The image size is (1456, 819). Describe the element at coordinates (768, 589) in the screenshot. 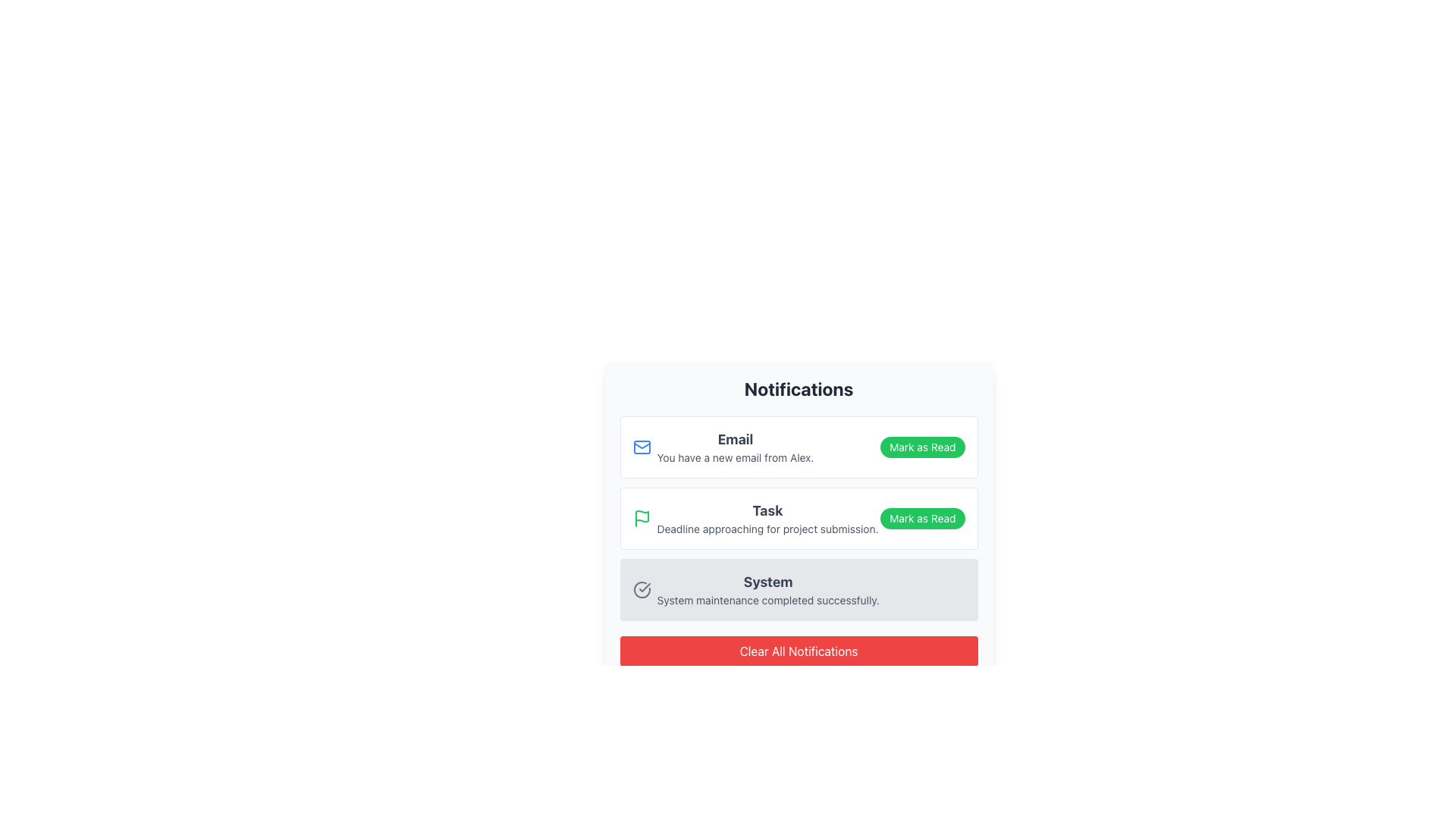

I see `the third notification message in the Notifications section, which states 'System maintenance completed successfully.'` at that location.